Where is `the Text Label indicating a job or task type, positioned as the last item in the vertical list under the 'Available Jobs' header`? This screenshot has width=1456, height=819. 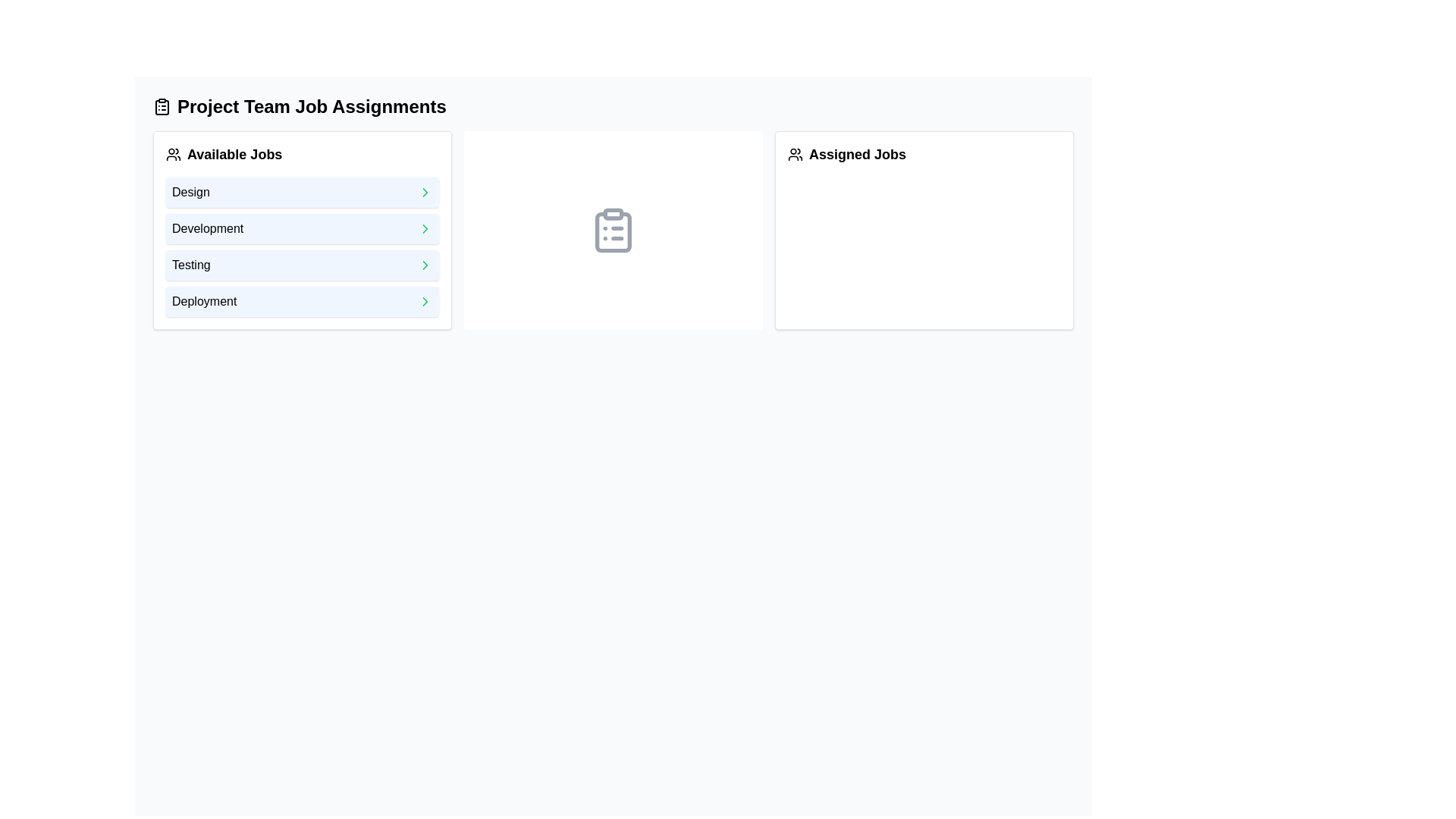
the Text Label indicating a job or task type, positioned as the last item in the vertical list under the 'Available Jobs' header is located at coordinates (203, 301).